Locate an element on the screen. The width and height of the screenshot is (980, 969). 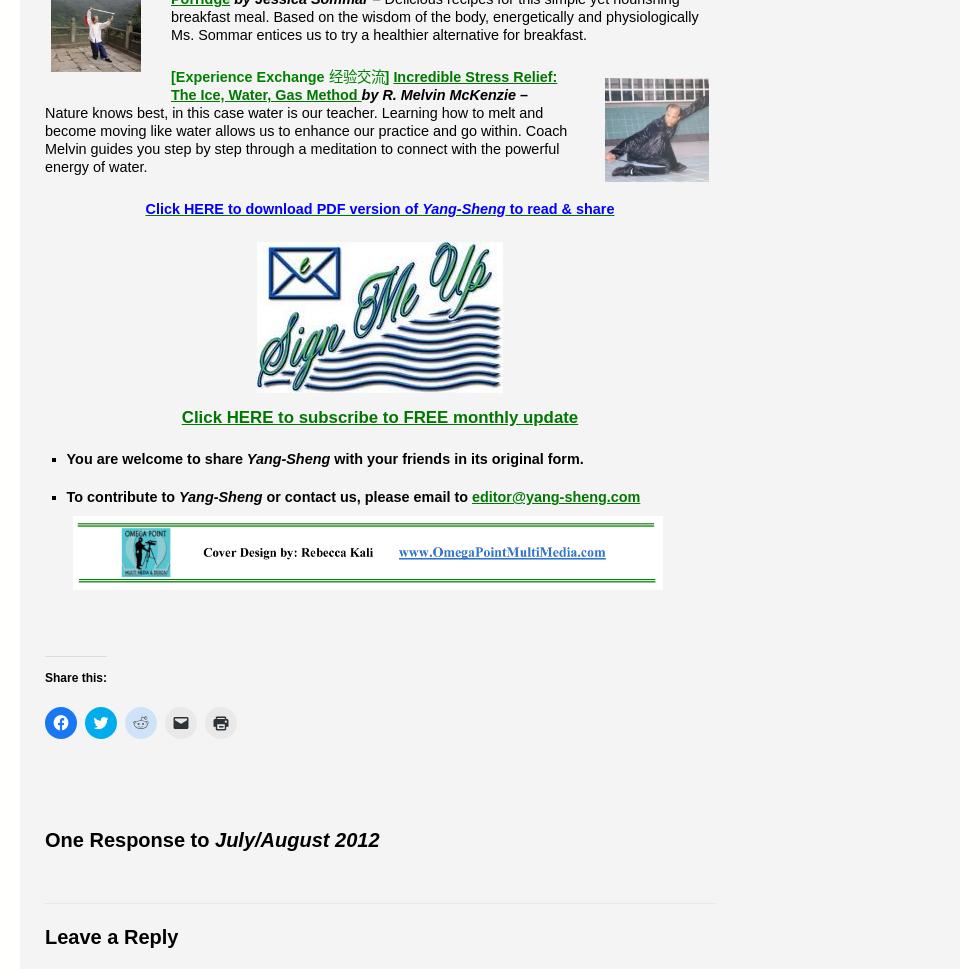
'July/August 2012' is located at coordinates (297, 839).